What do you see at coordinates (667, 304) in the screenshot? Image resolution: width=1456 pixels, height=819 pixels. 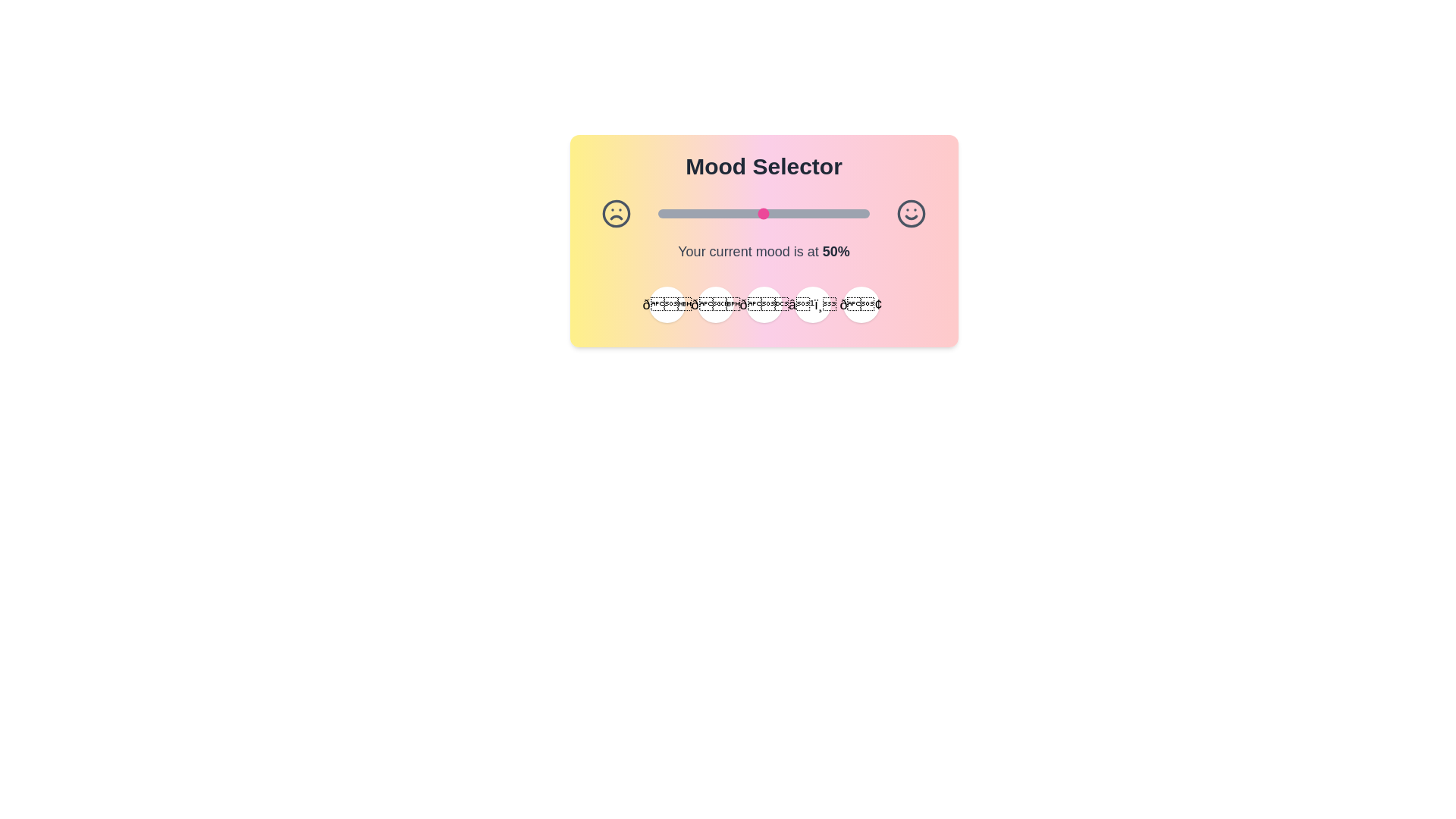 I see `the emoji button corresponding to 😀` at bounding box center [667, 304].